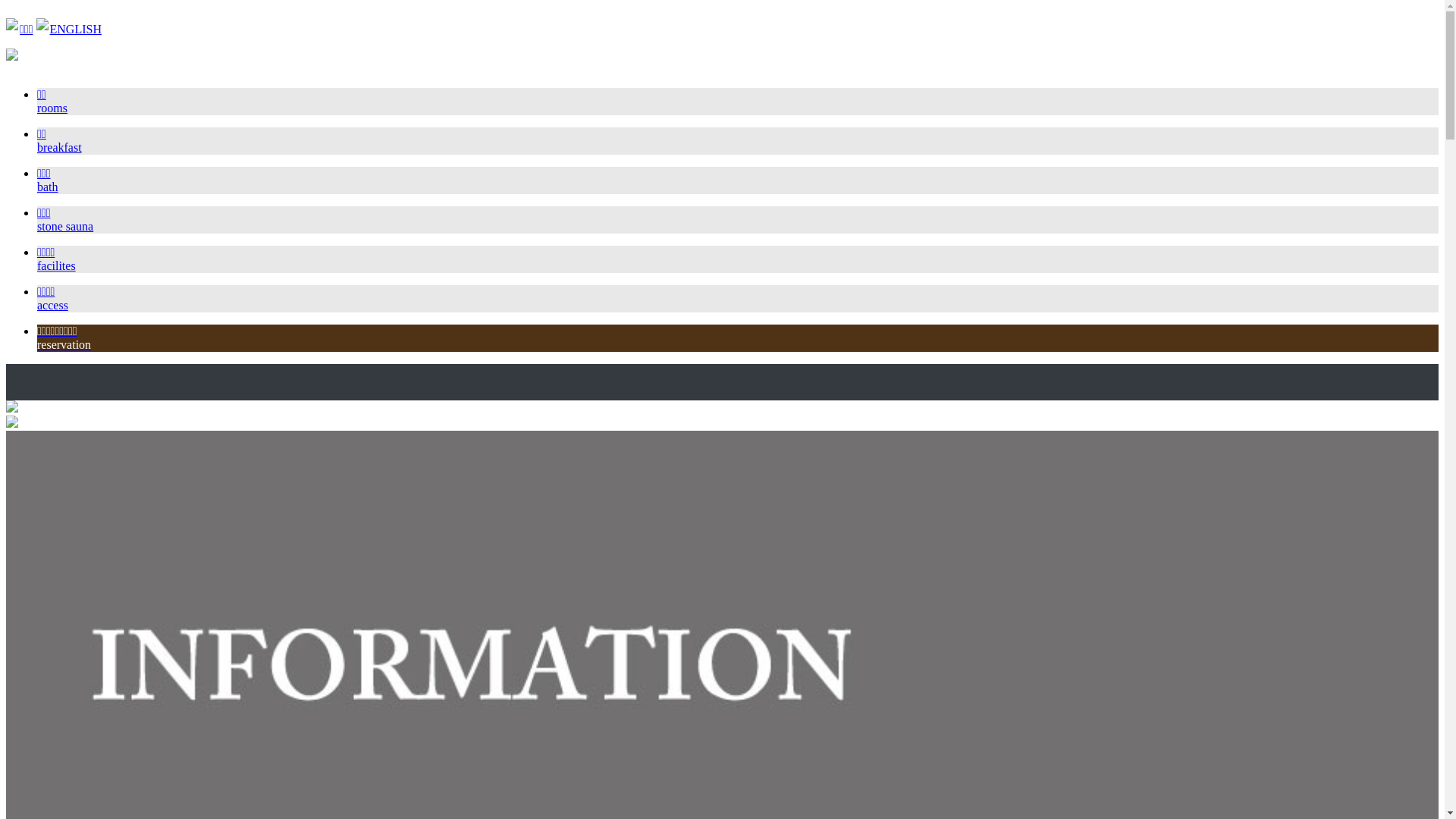  Describe the element at coordinates (50, 29) in the screenshot. I see `'ENGLISH'` at that location.